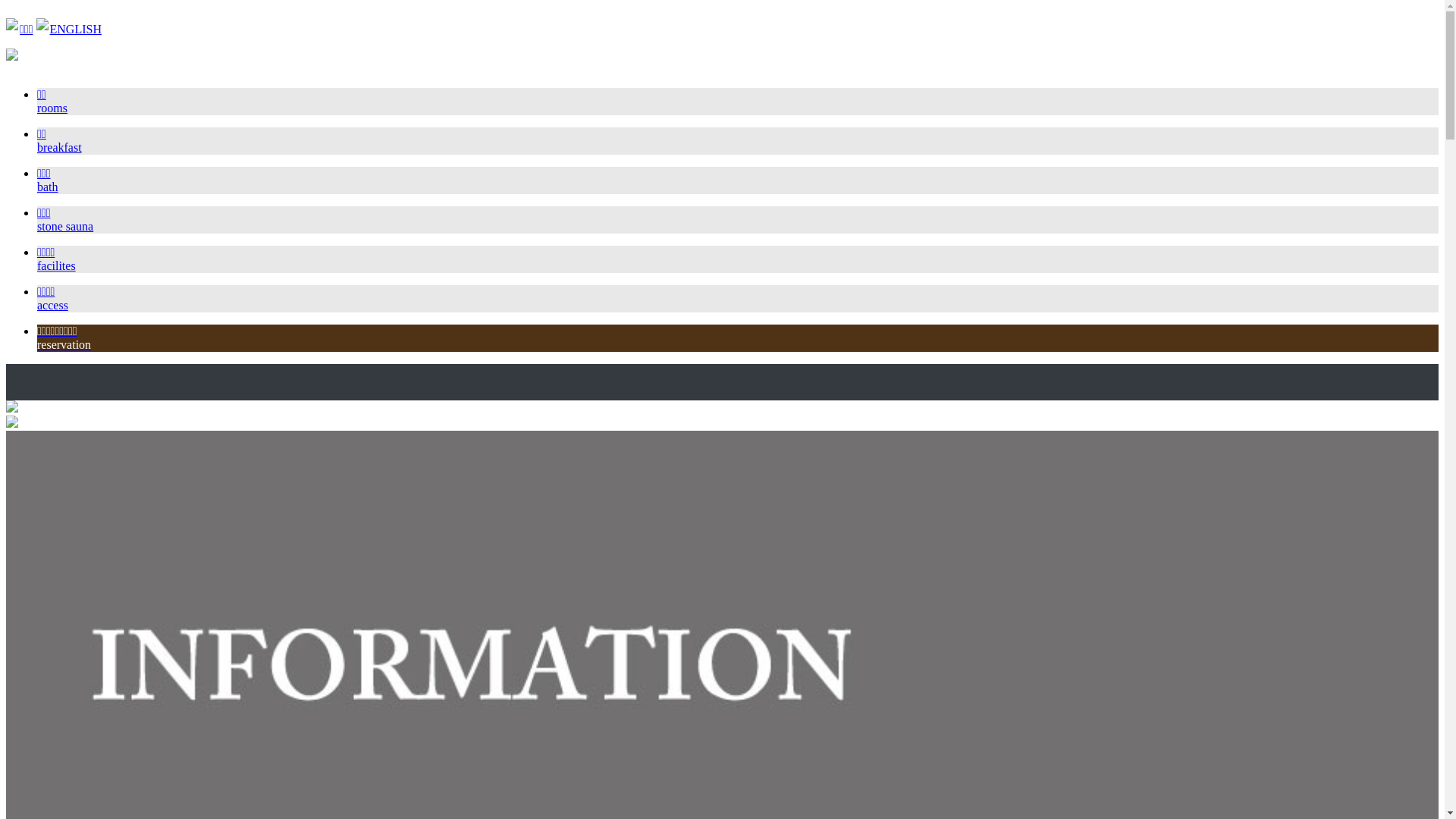  Describe the element at coordinates (50, 29) in the screenshot. I see `'ENGLISH'` at that location.